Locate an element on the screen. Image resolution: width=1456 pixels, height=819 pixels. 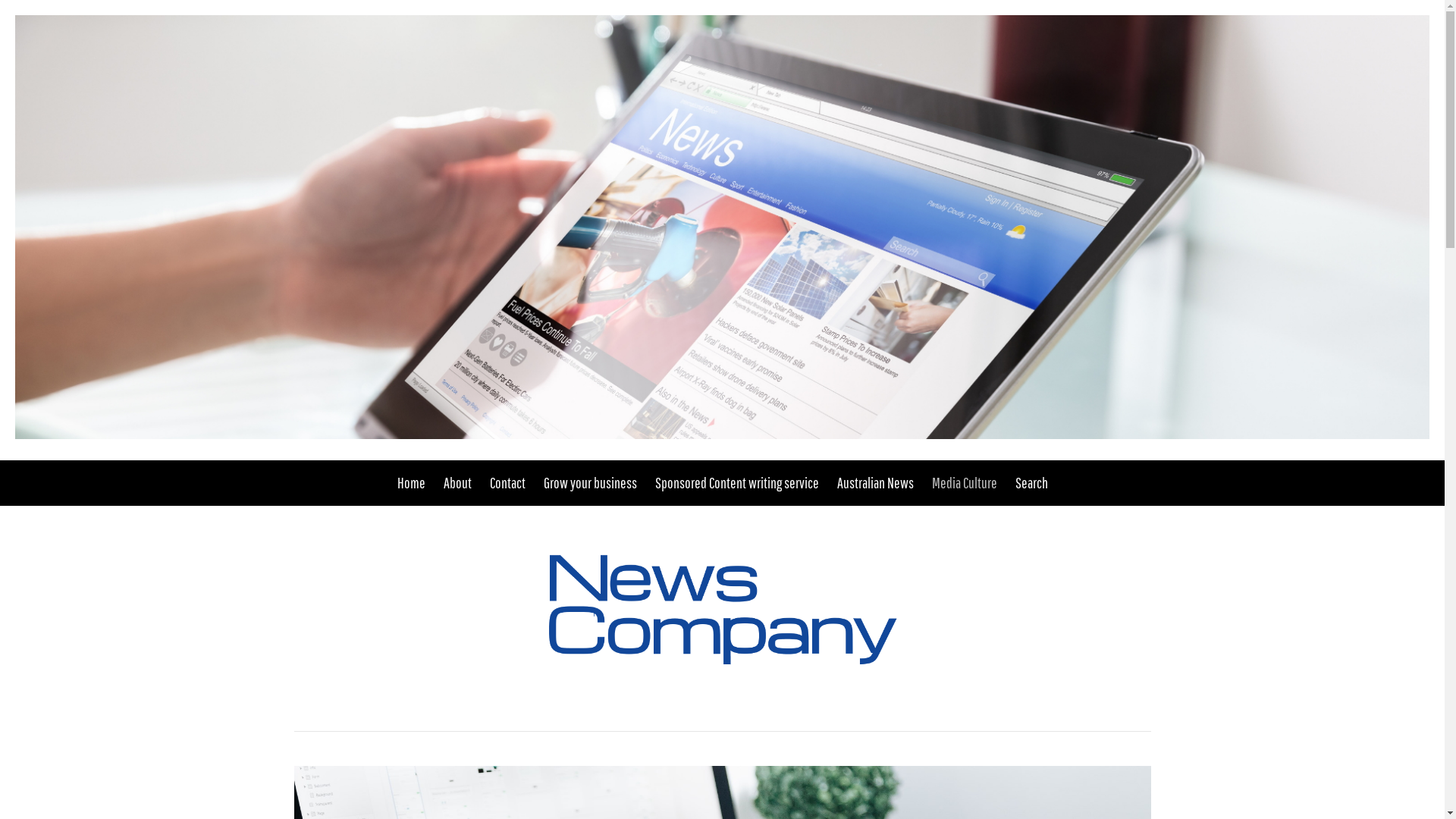
'Grow your business' is located at coordinates (588, 482).